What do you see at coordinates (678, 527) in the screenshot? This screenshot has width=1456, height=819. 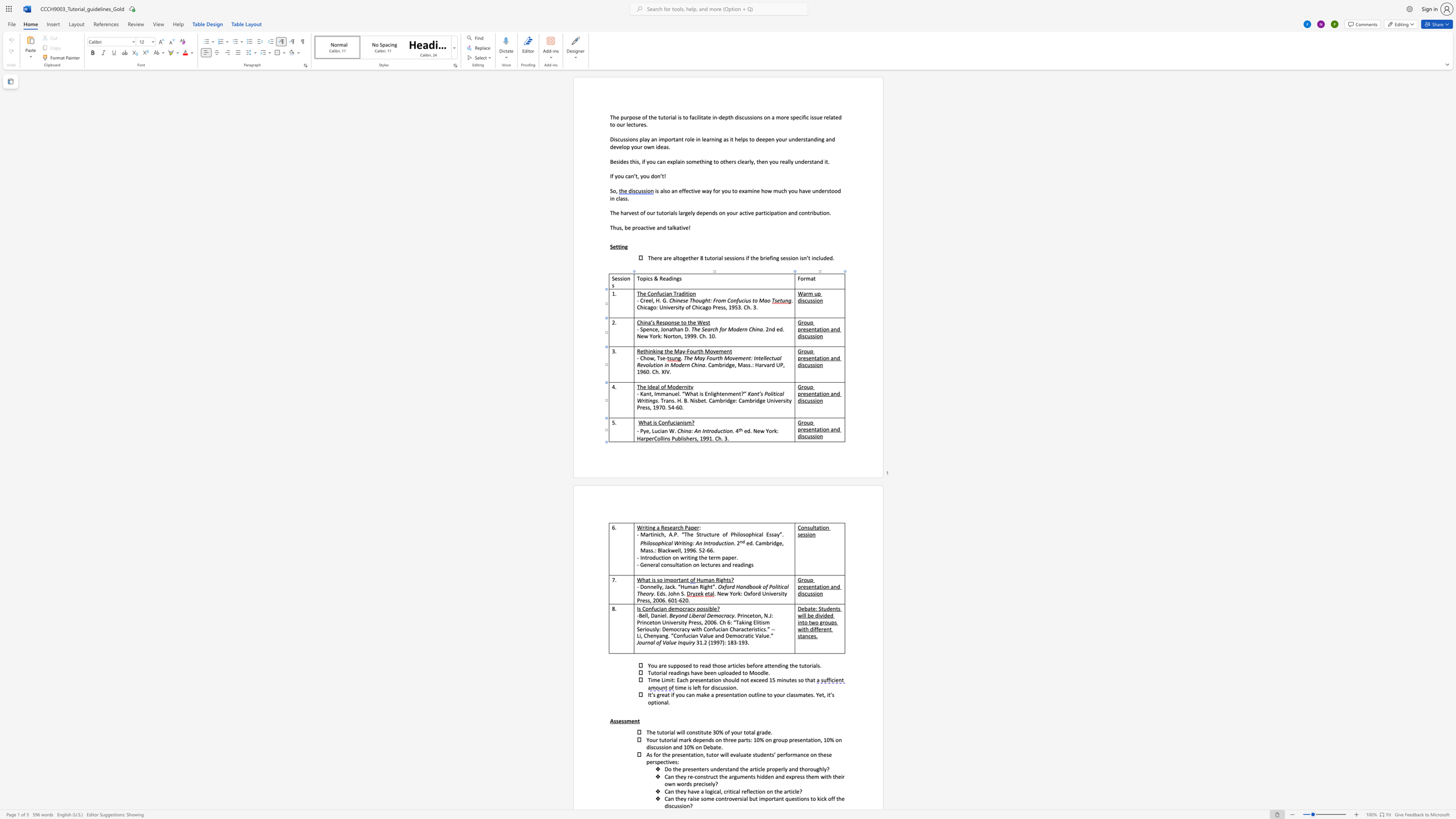 I see `the 1th character "c" in the text` at bounding box center [678, 527].